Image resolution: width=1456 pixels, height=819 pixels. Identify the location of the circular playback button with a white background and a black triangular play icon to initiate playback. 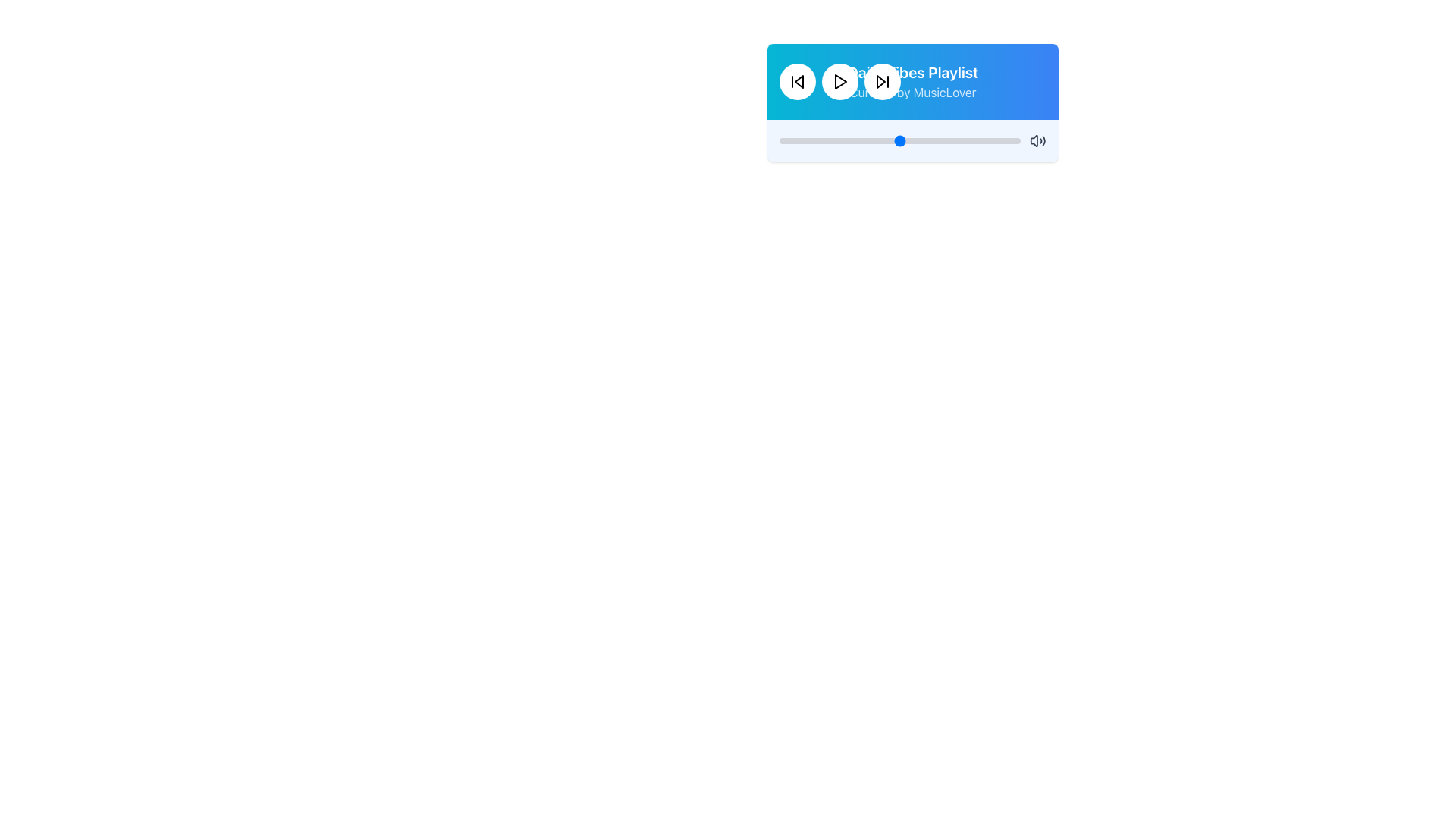
(839, 82).